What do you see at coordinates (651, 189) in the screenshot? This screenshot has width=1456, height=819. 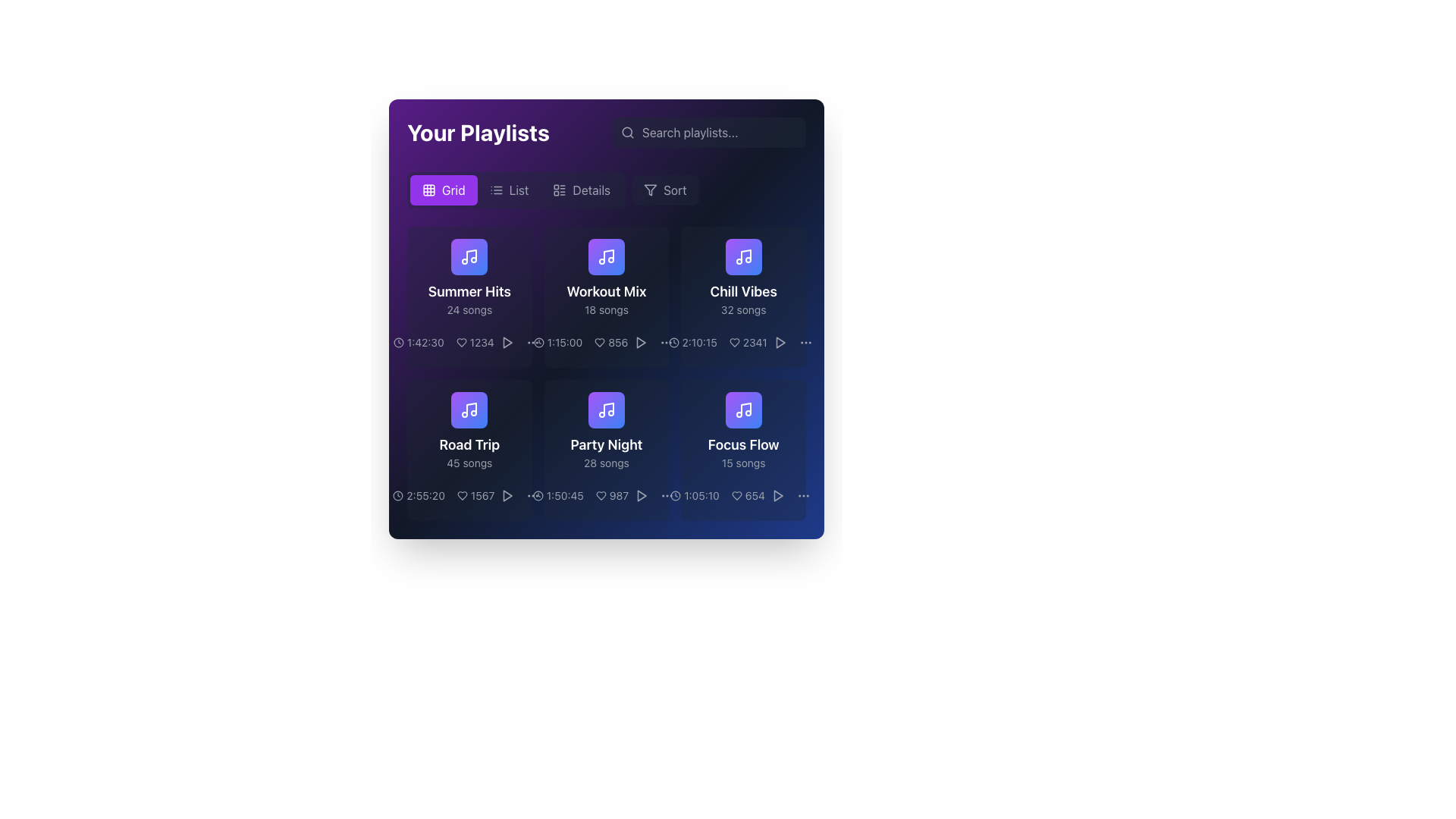 I see `the sort icon located within the 'Sort' button area near the top right of the interface` at bounding box center [651, 189].